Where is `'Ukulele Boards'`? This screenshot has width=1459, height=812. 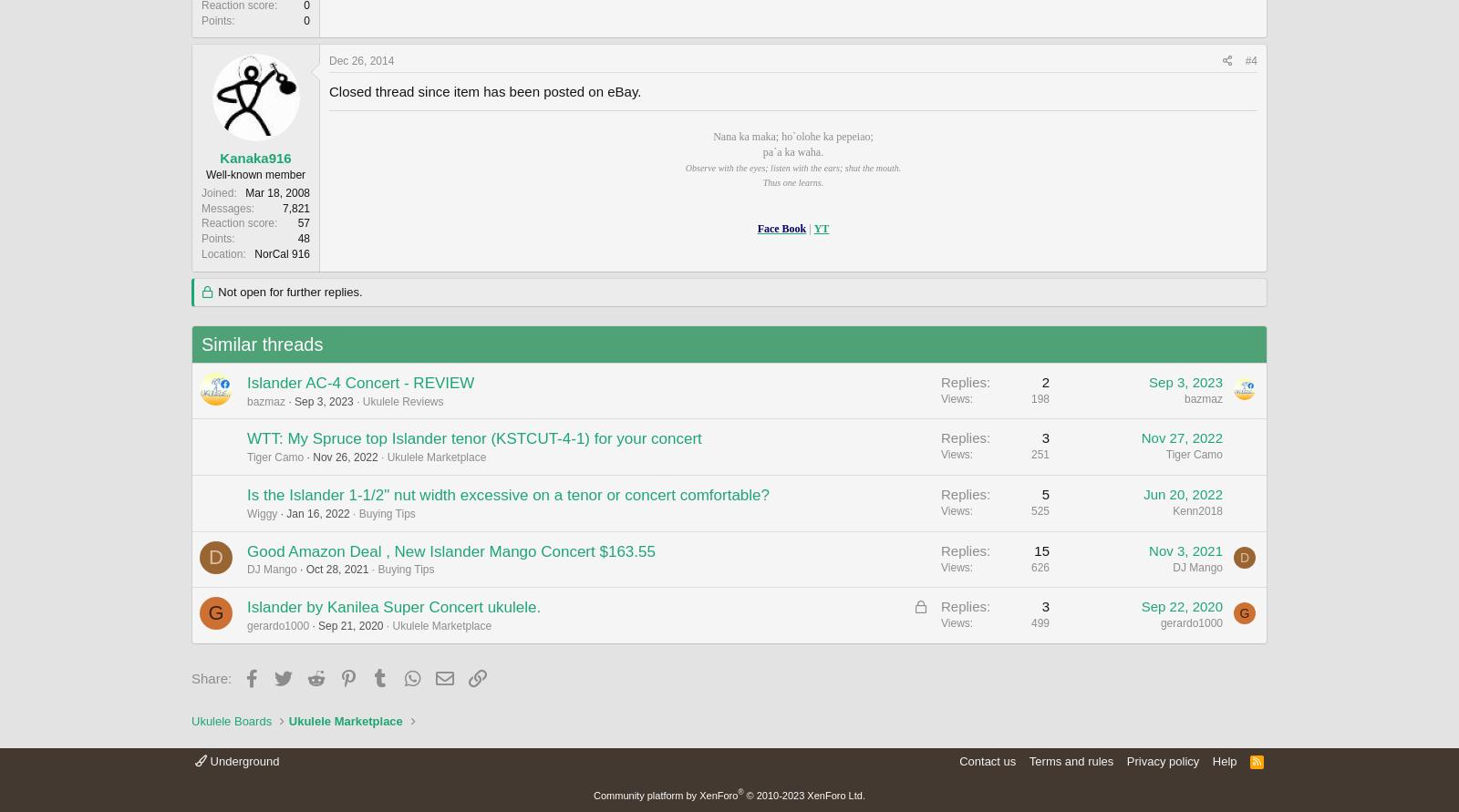 'Ukulele Boards' is located at coordinates (232, 720).